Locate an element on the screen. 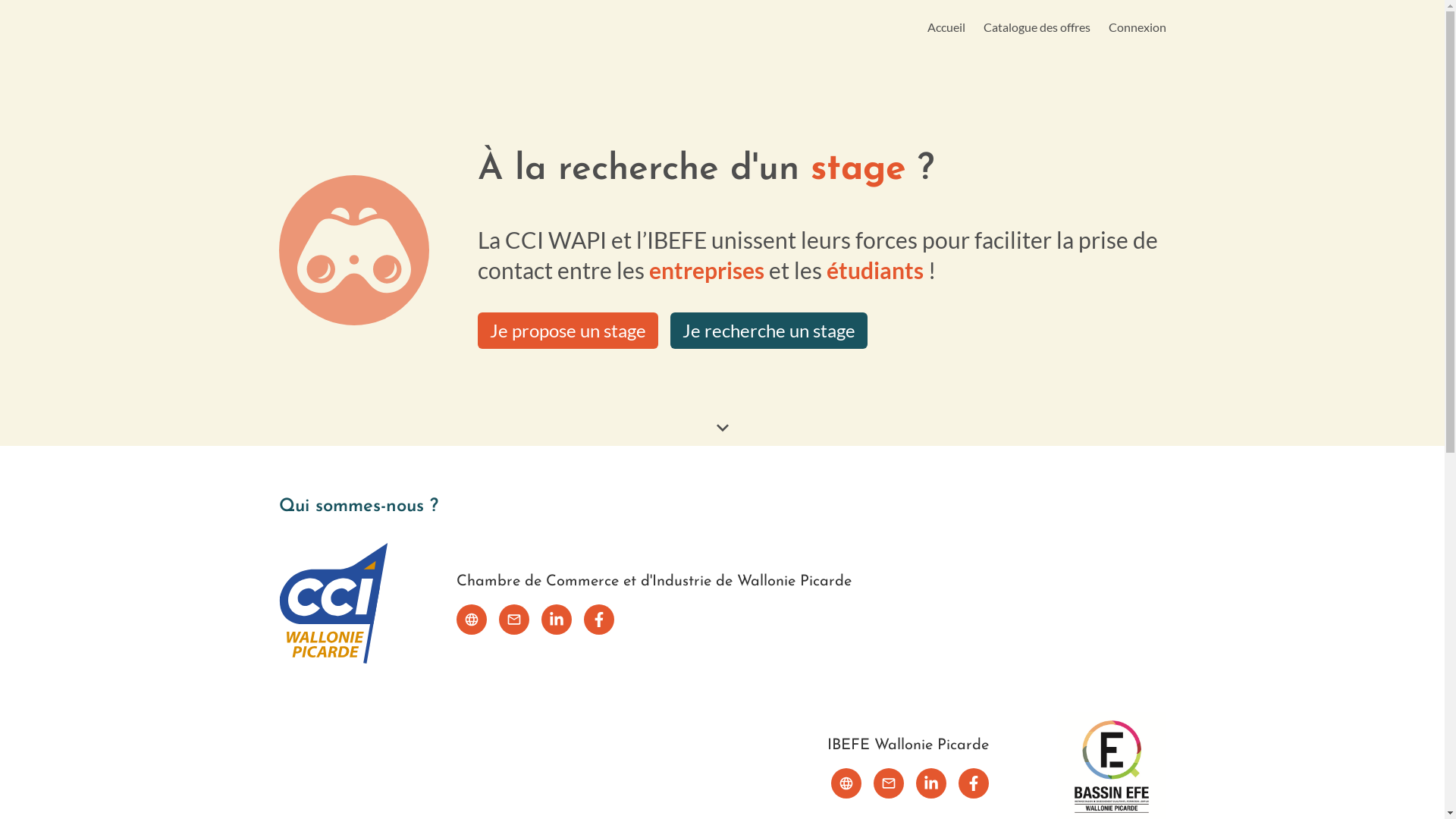 Image resolution: width=1456 pixels, height=819 pixels. 'Je recherche un stage' is located at coordinates (768, 329).